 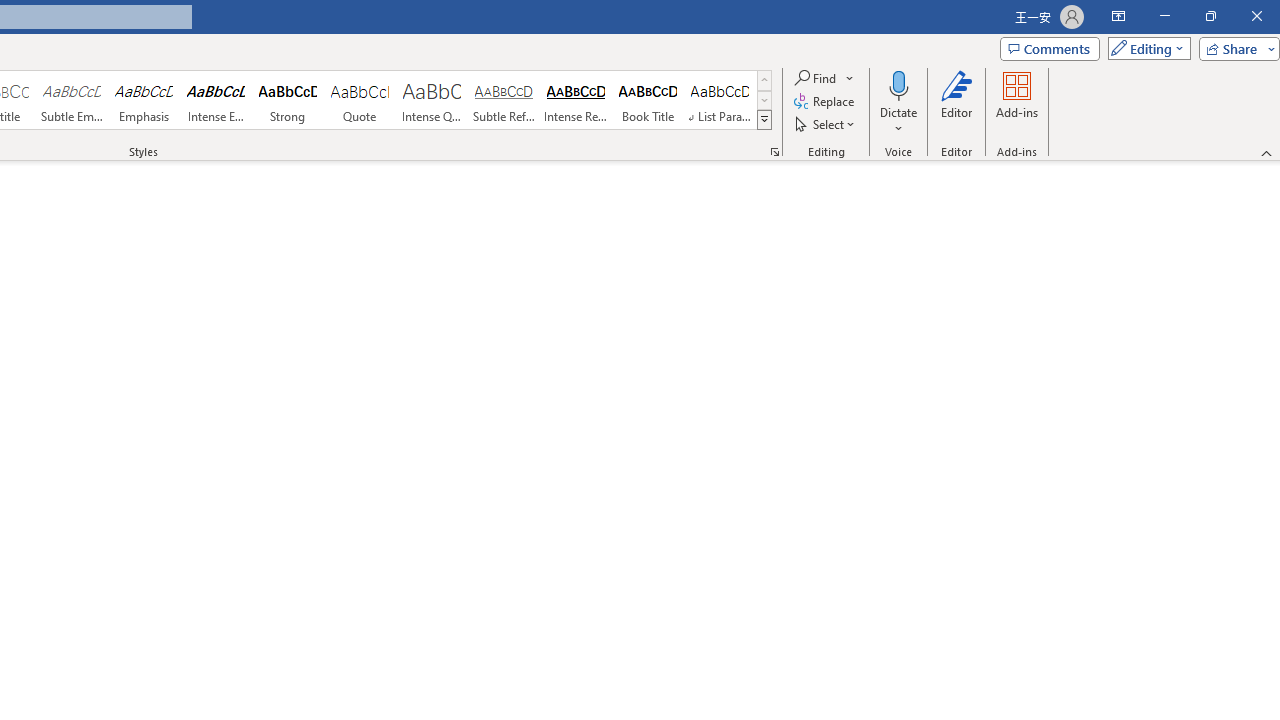 What do you see at coordinates (143, 100) in the screenshot?
I see `'Emphasis'` at bounding box center [143, 100].